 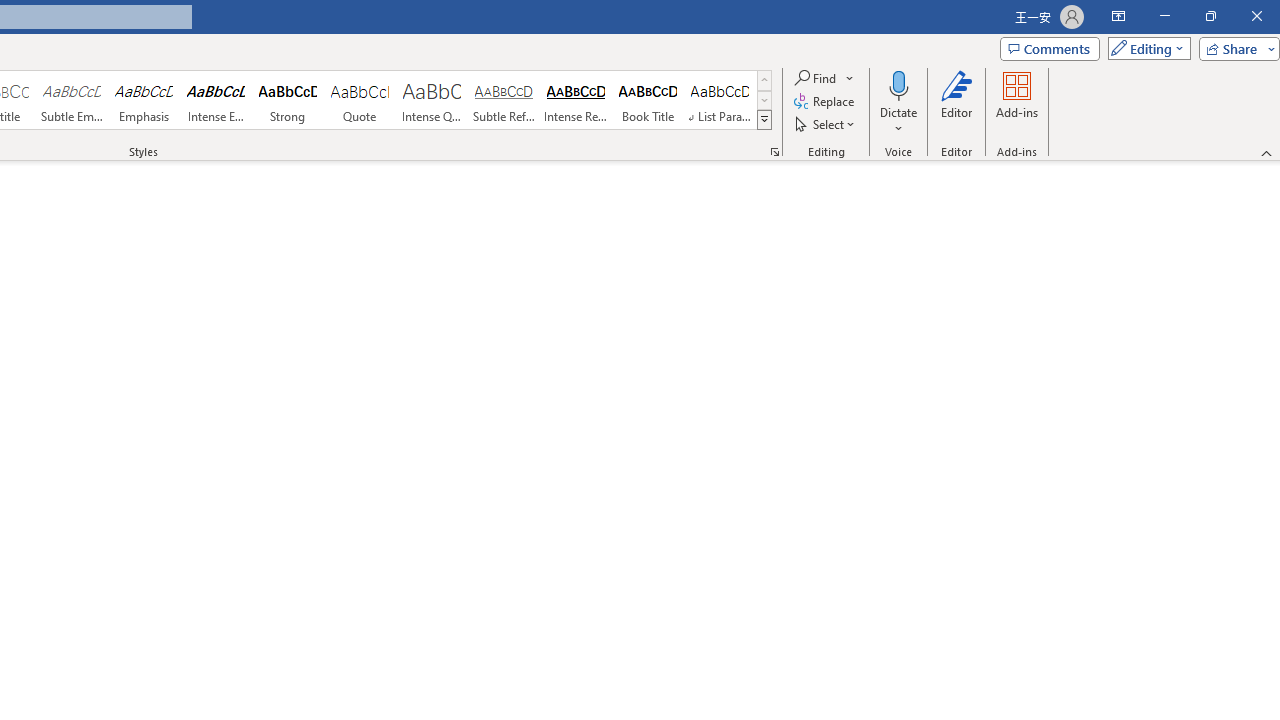 What do you see at coordinates (143, 100) in the screenshot?
I see `'Emphasis'` at bounding box center [143, 100].